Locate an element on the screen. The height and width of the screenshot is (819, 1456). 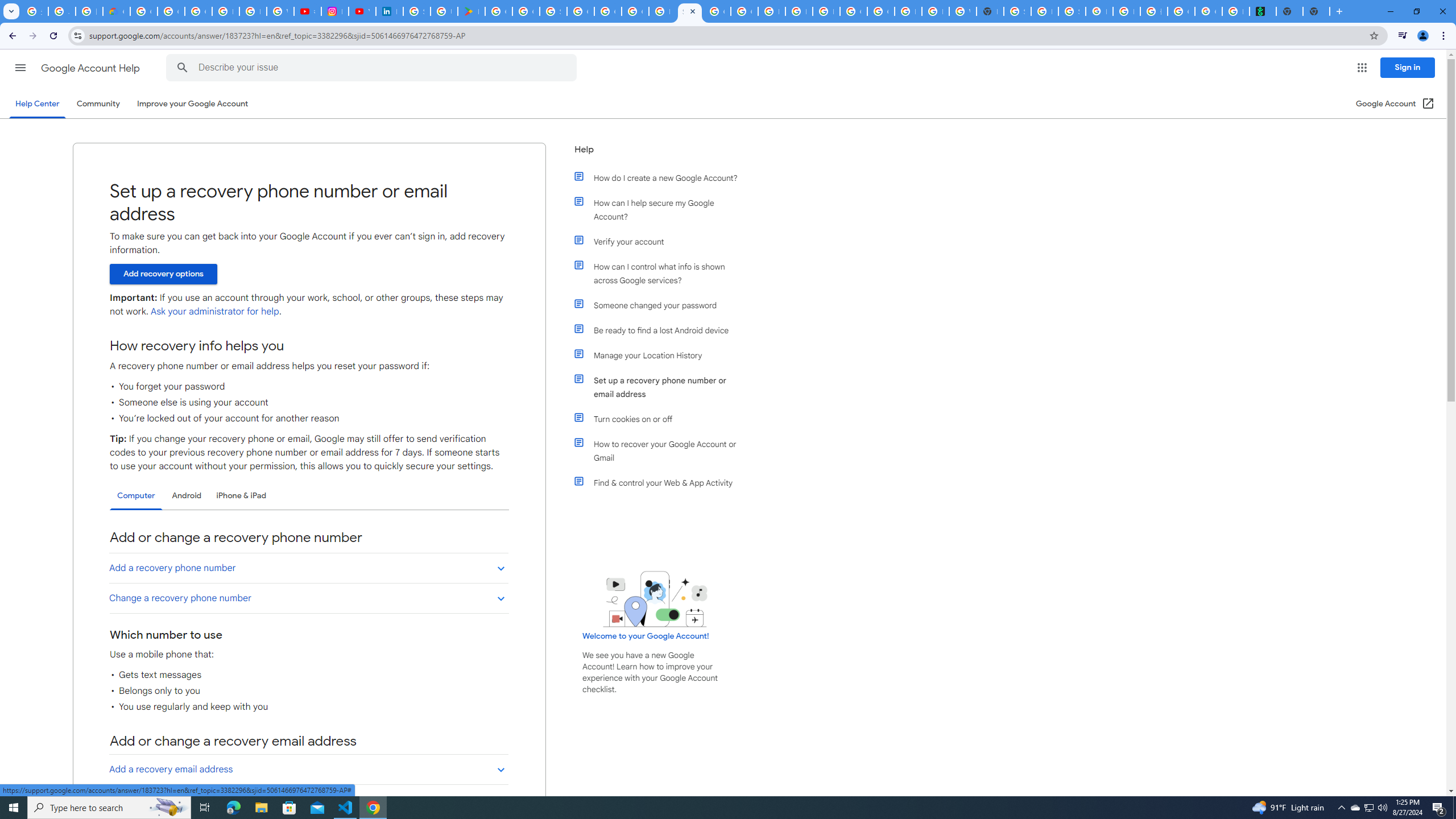
'Someone changed your password' is located at coordinates (661, 305).